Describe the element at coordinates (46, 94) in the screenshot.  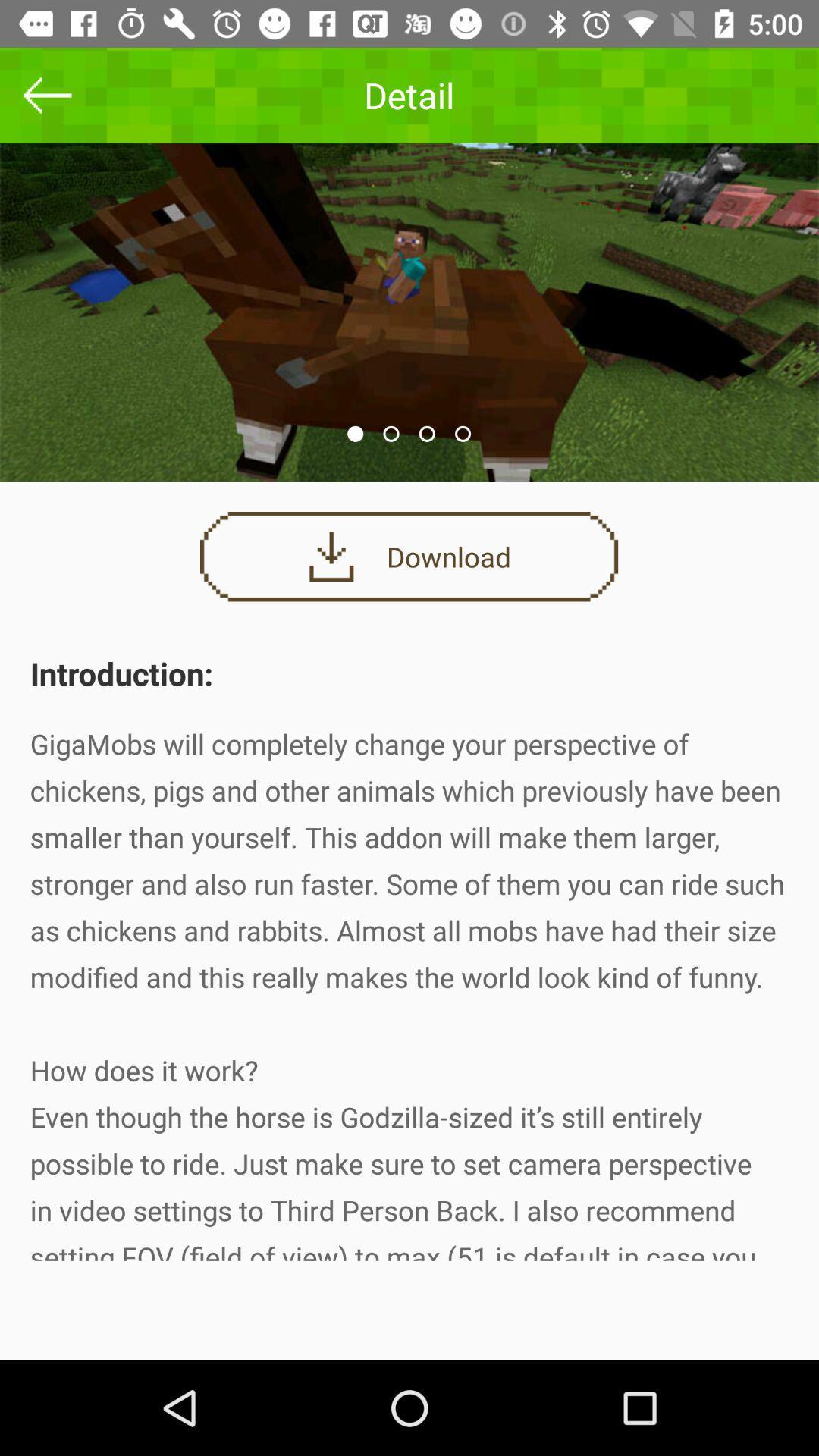
I see `the arrow_backward icon` at that location.